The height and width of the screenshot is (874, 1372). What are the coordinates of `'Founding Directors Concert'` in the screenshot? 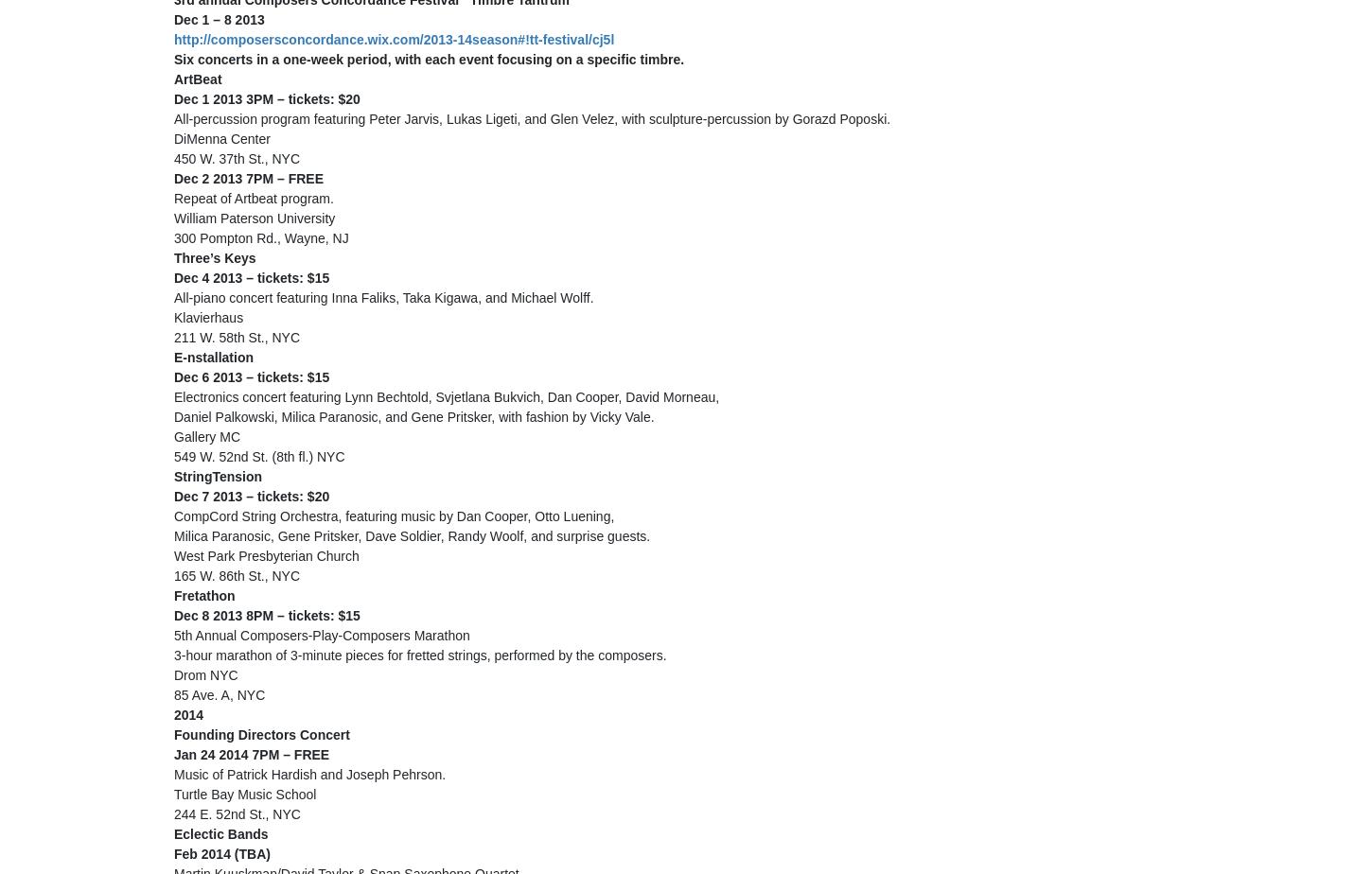 It's located at (263, 734).